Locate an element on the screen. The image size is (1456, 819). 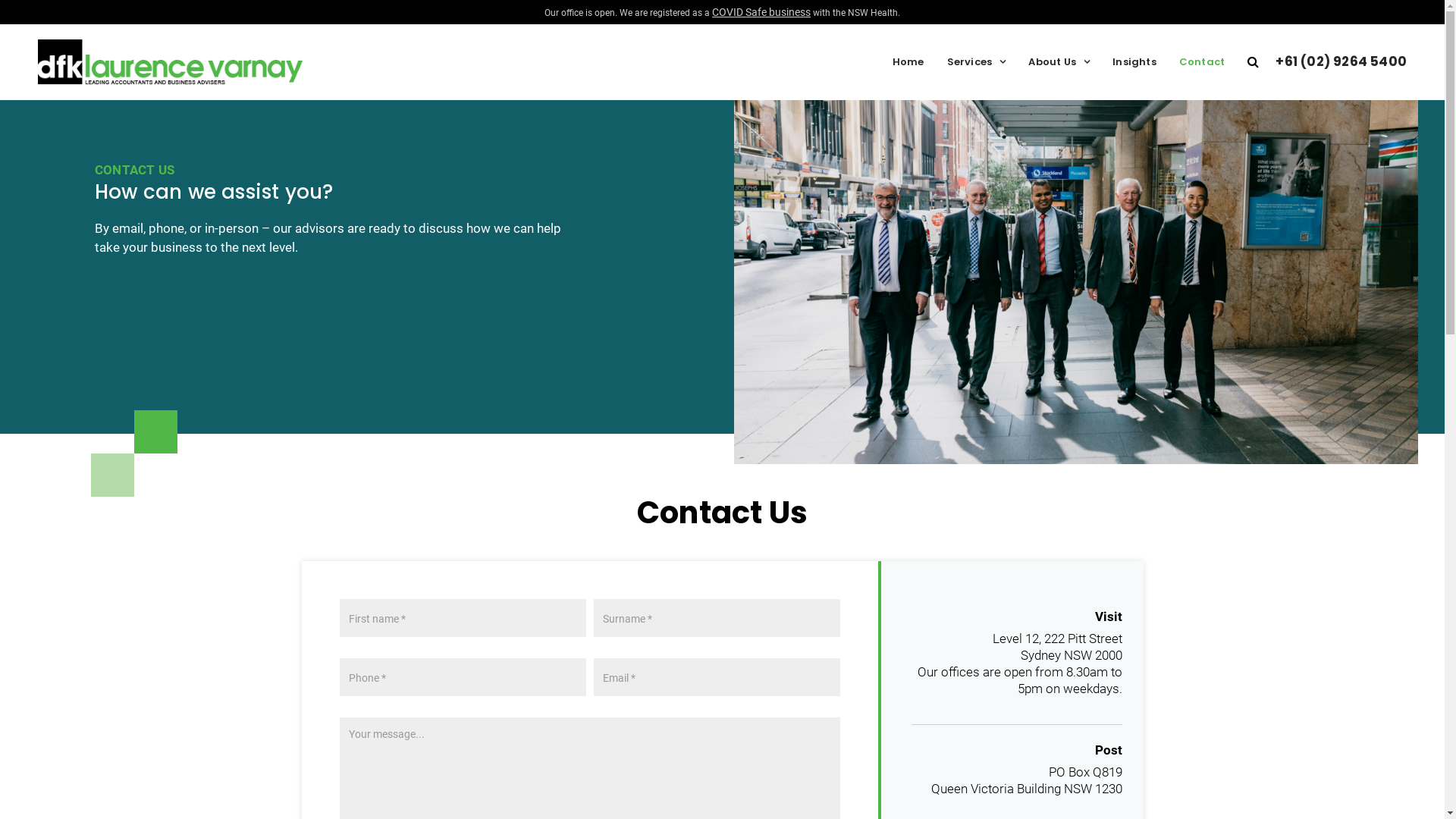
'Search' is located at coordinates (1247, 61).